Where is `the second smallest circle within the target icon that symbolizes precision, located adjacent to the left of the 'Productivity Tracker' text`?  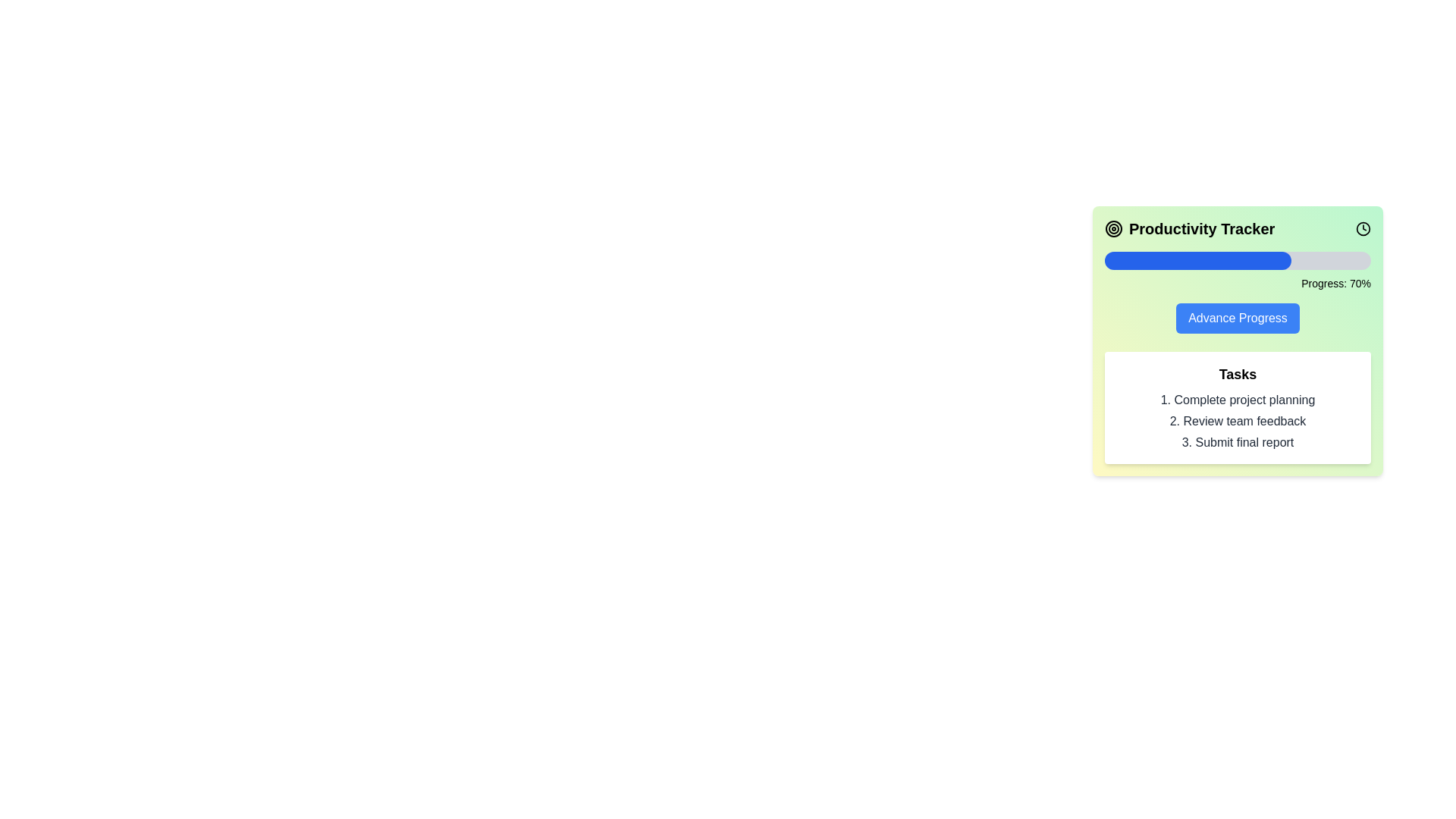
the second smallest circle within the target icon that symbolizes precision, located adjacent to the left of the 'Productivity Tracker' text is located at coordinates (1113, 228).